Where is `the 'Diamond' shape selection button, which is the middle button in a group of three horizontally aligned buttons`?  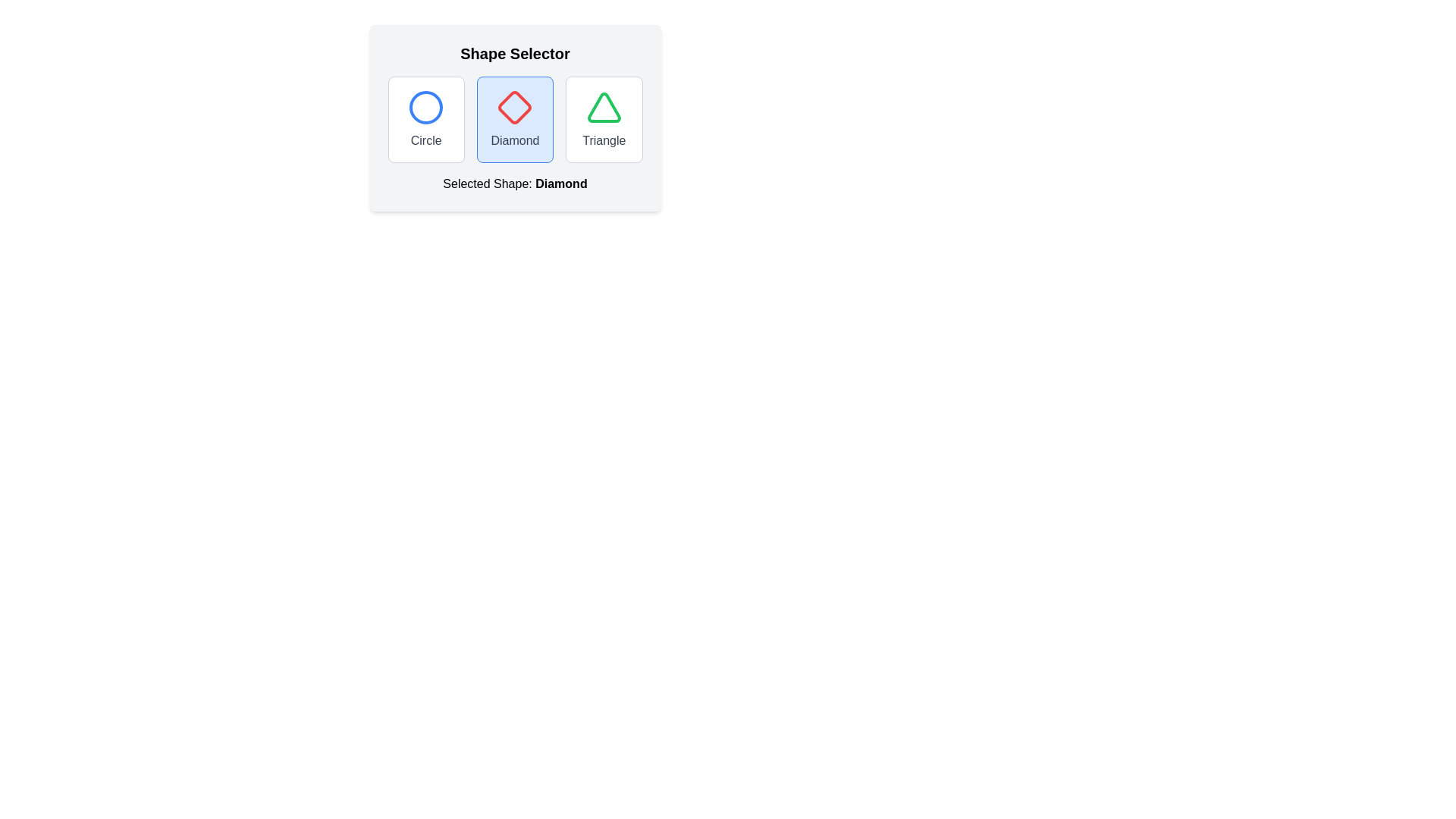 the 'Diamond' shape selection button, which is the middle button in a group of three horizontally aligned buttons is located at coordinates (515, 119).